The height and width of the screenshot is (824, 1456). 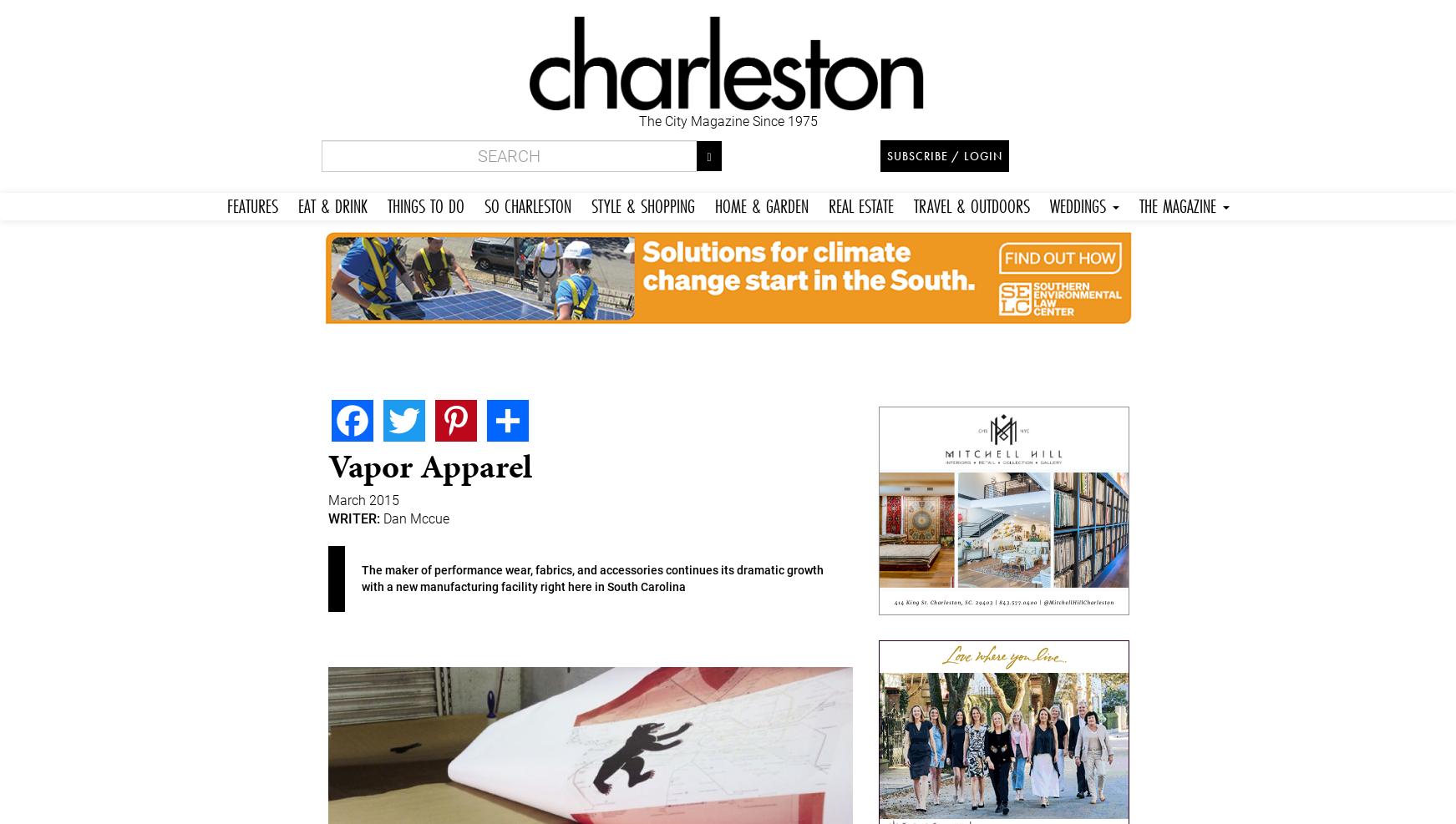 I want to click on 'Vapor Apparel', so click(x=429, y=465).